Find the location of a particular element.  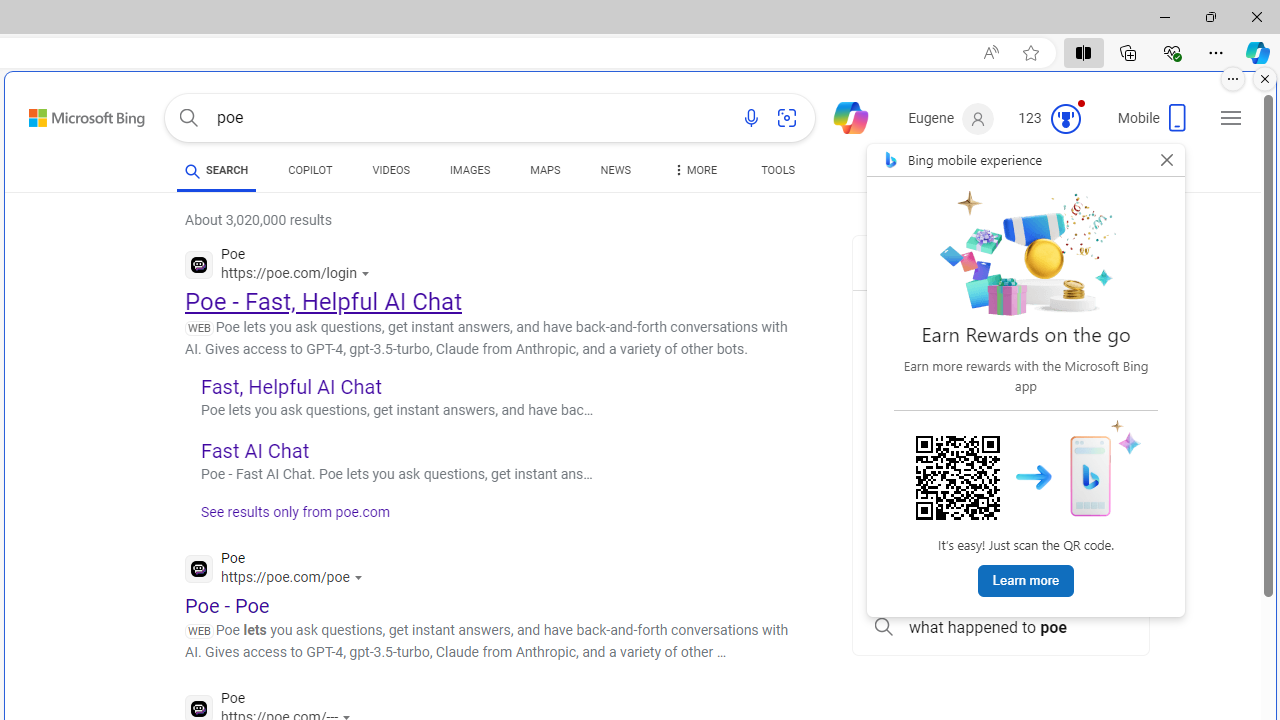

'TOOLS' is located at coordinates (777, 170).